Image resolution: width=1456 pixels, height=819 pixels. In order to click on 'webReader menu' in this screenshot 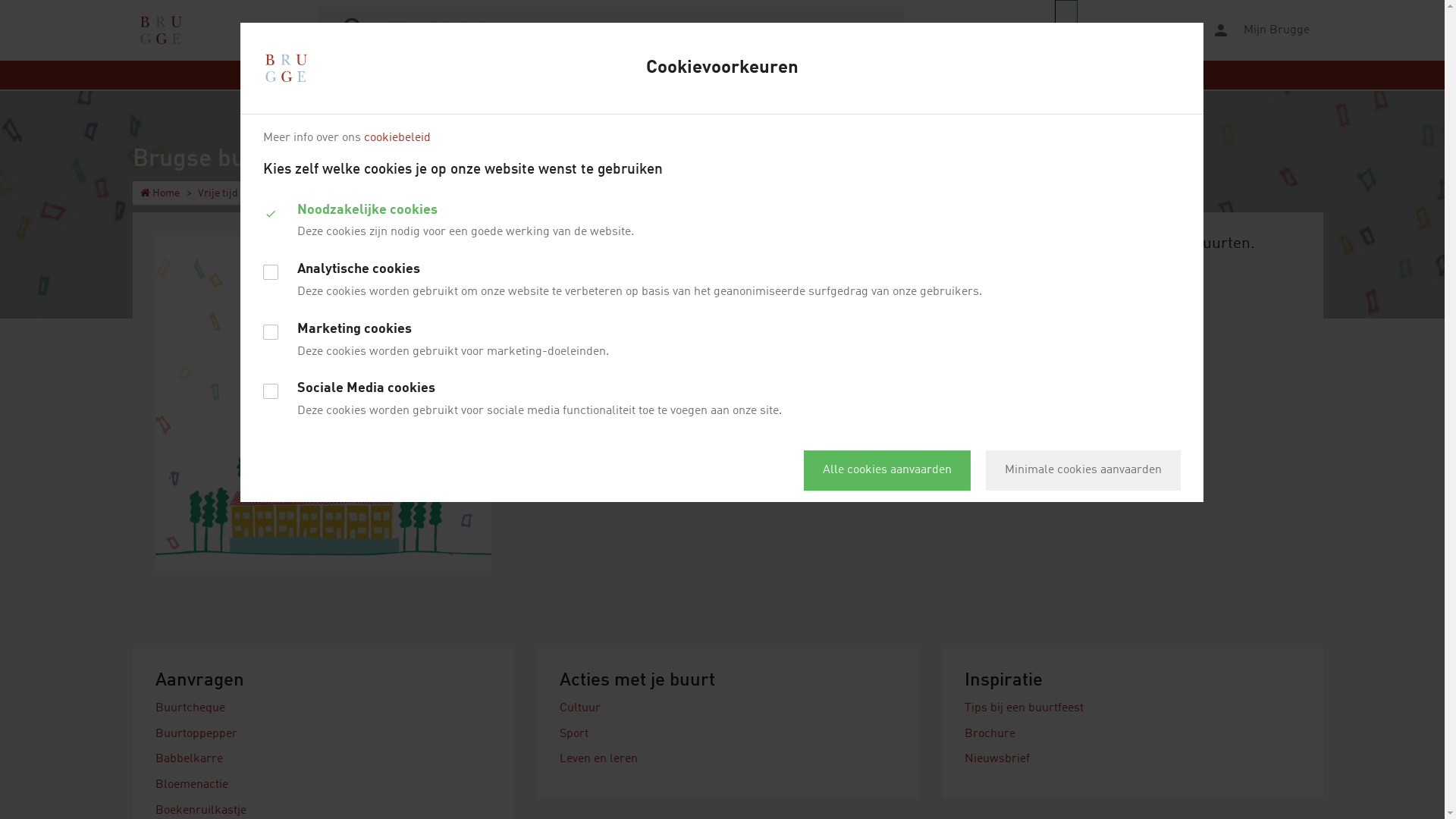, I will do `click(1065, 30)`.